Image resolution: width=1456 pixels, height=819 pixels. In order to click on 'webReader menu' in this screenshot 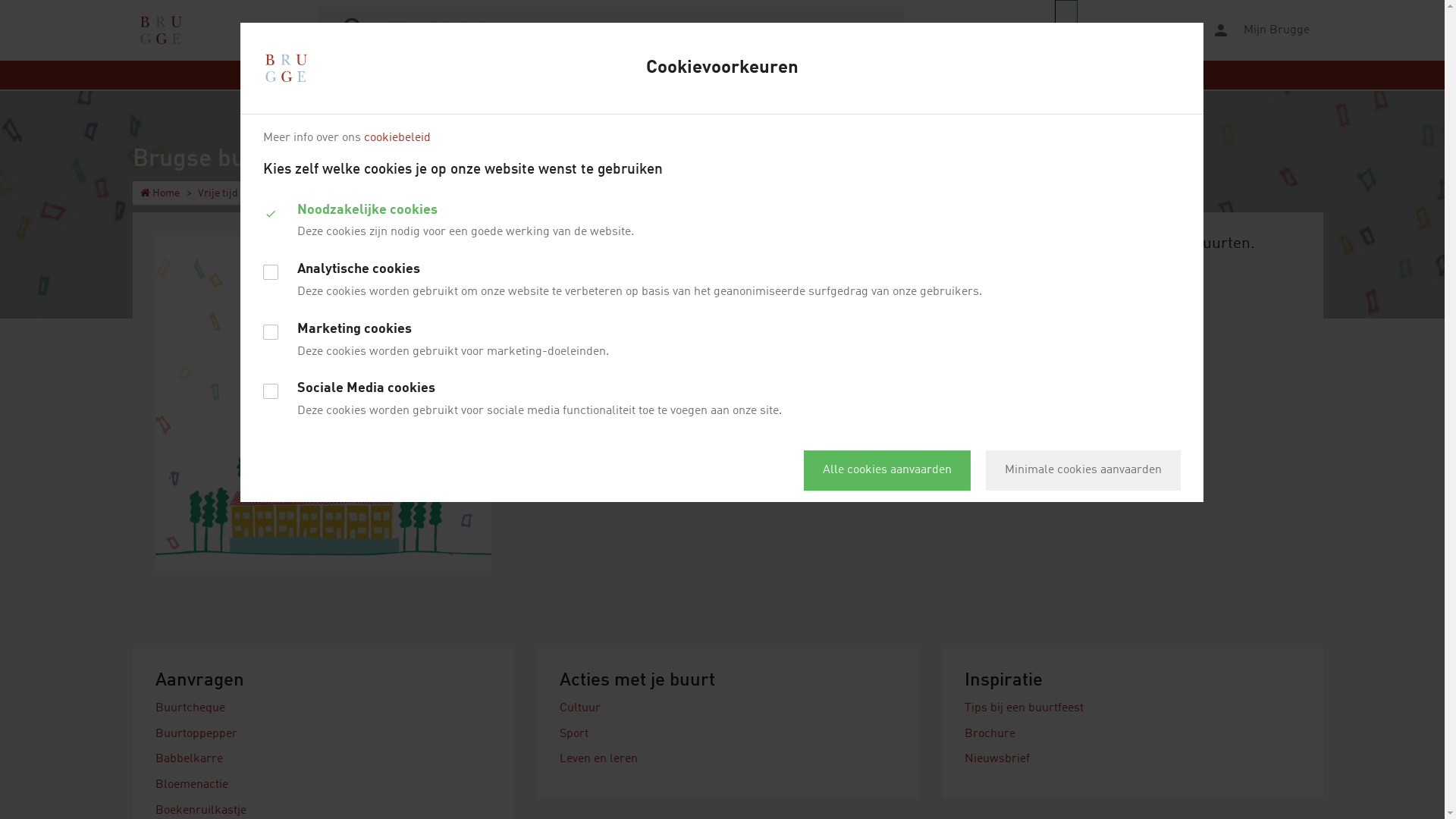, I will do `click(1065, 30)`.